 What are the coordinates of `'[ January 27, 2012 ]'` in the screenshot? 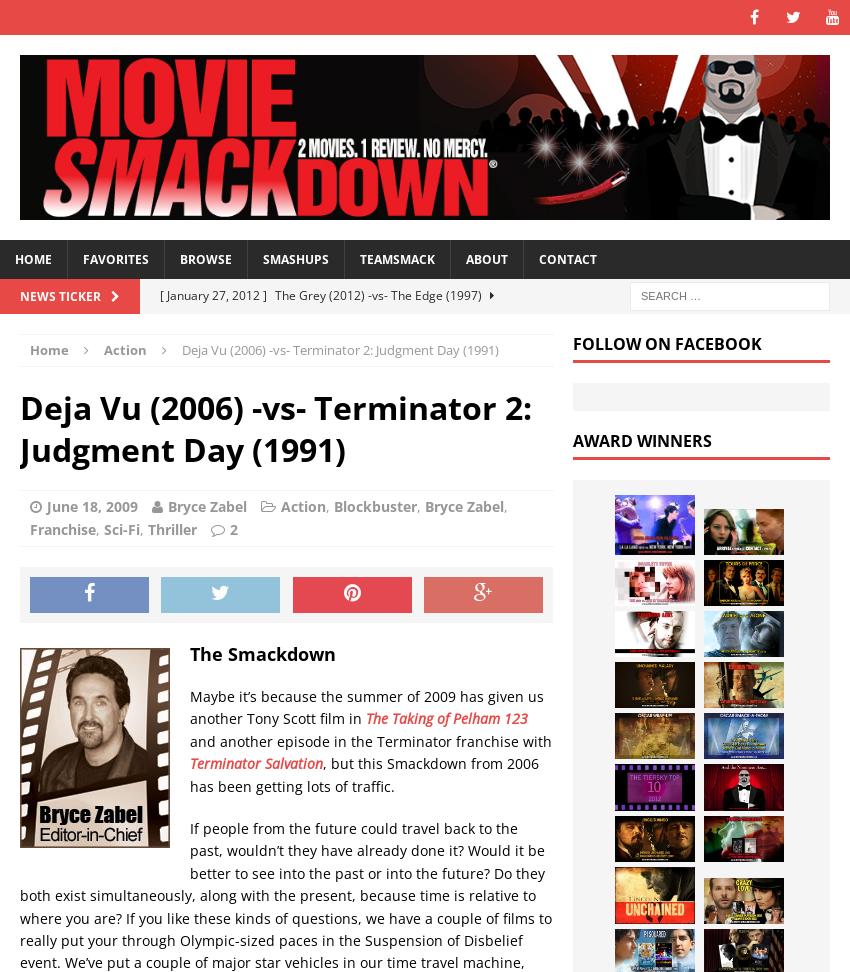 It's located at (214, 295).